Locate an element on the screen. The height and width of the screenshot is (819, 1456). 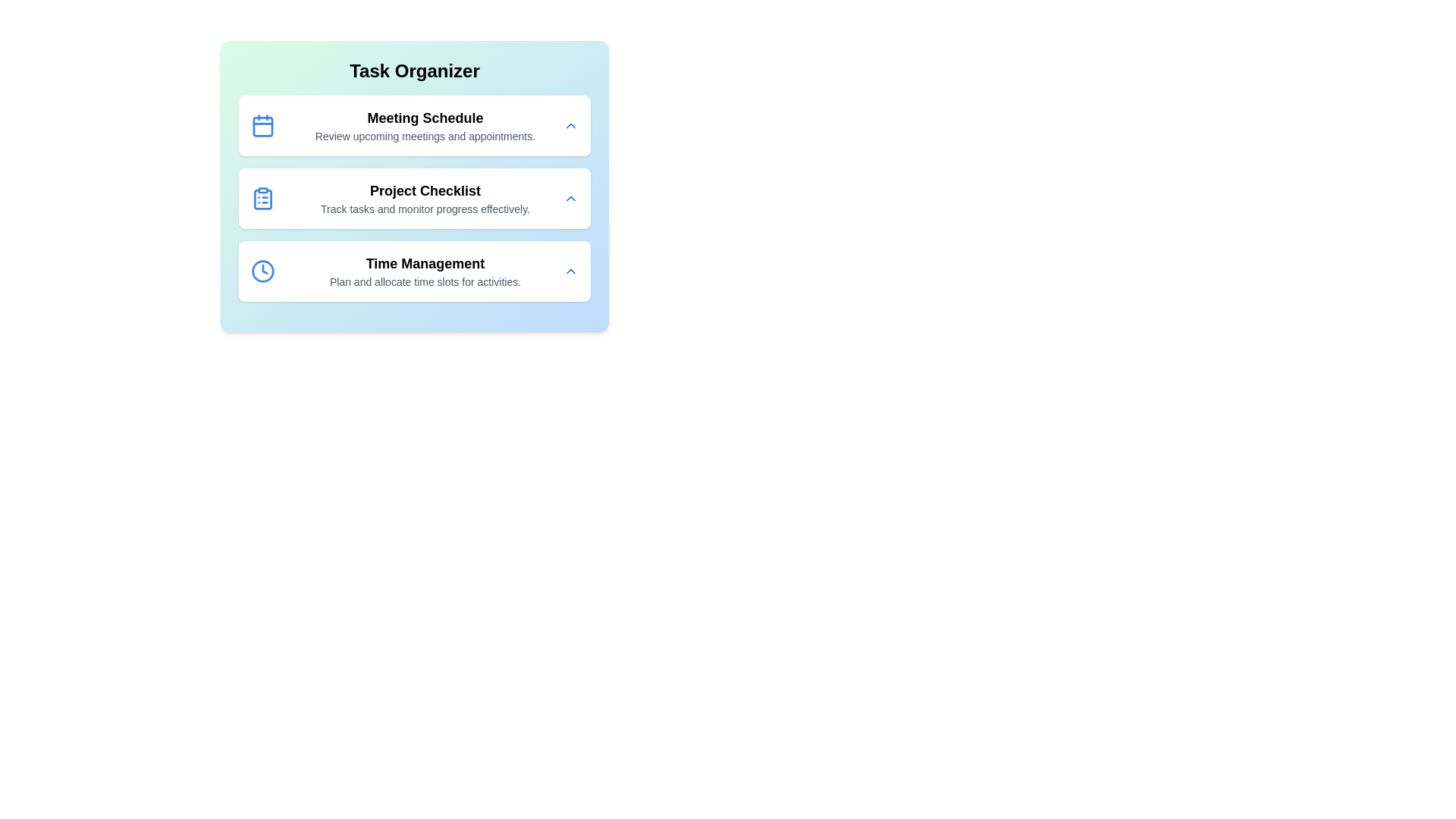
the expand/collapse button for a task to toggle its details visibility is located at coordinates (570, 124).